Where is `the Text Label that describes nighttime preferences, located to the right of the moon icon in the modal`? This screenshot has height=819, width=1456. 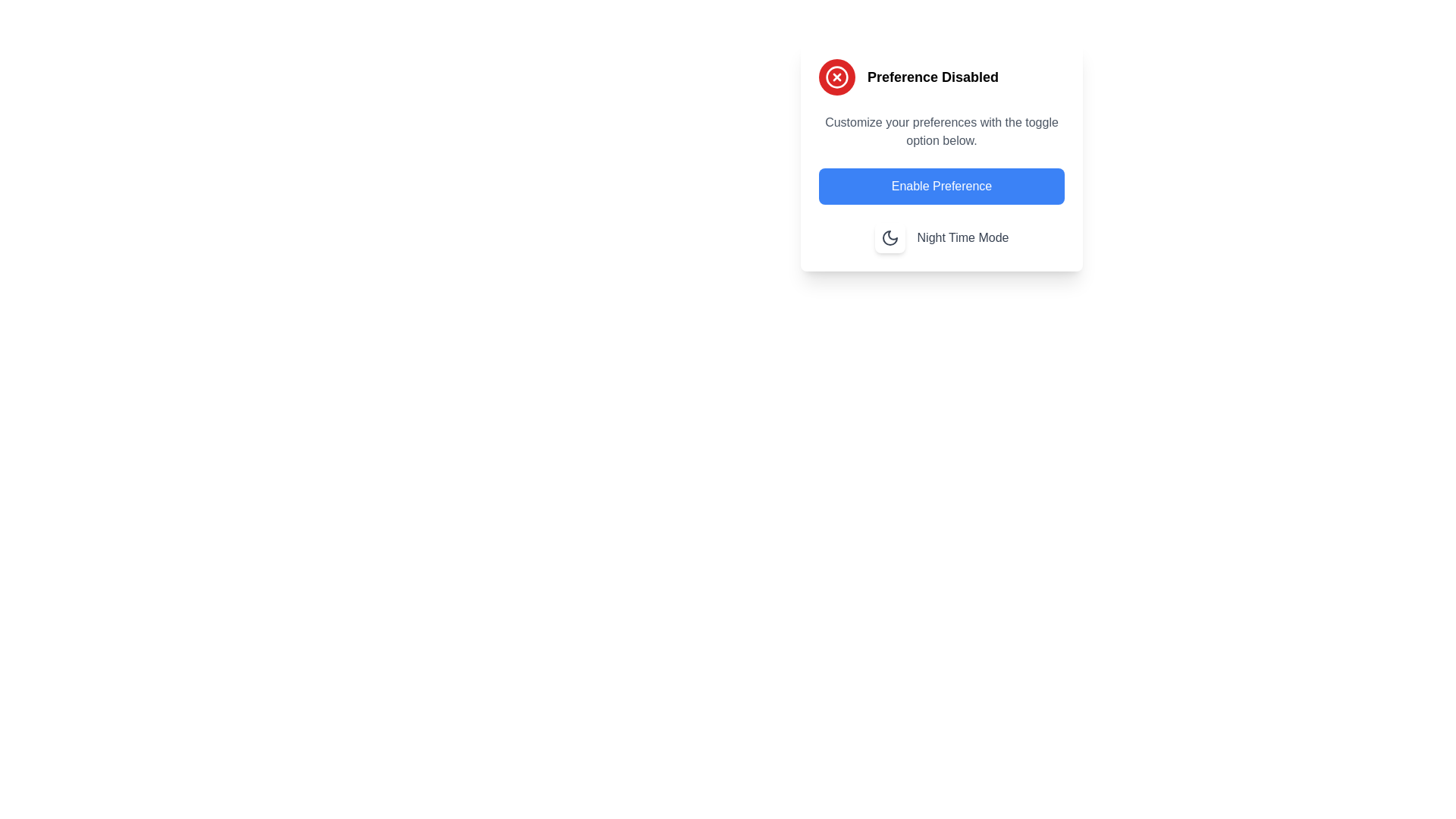 the Text Label that describes nighttime preferences, located to the right of the moon icon in the modal is located at coordinates (962, 237).